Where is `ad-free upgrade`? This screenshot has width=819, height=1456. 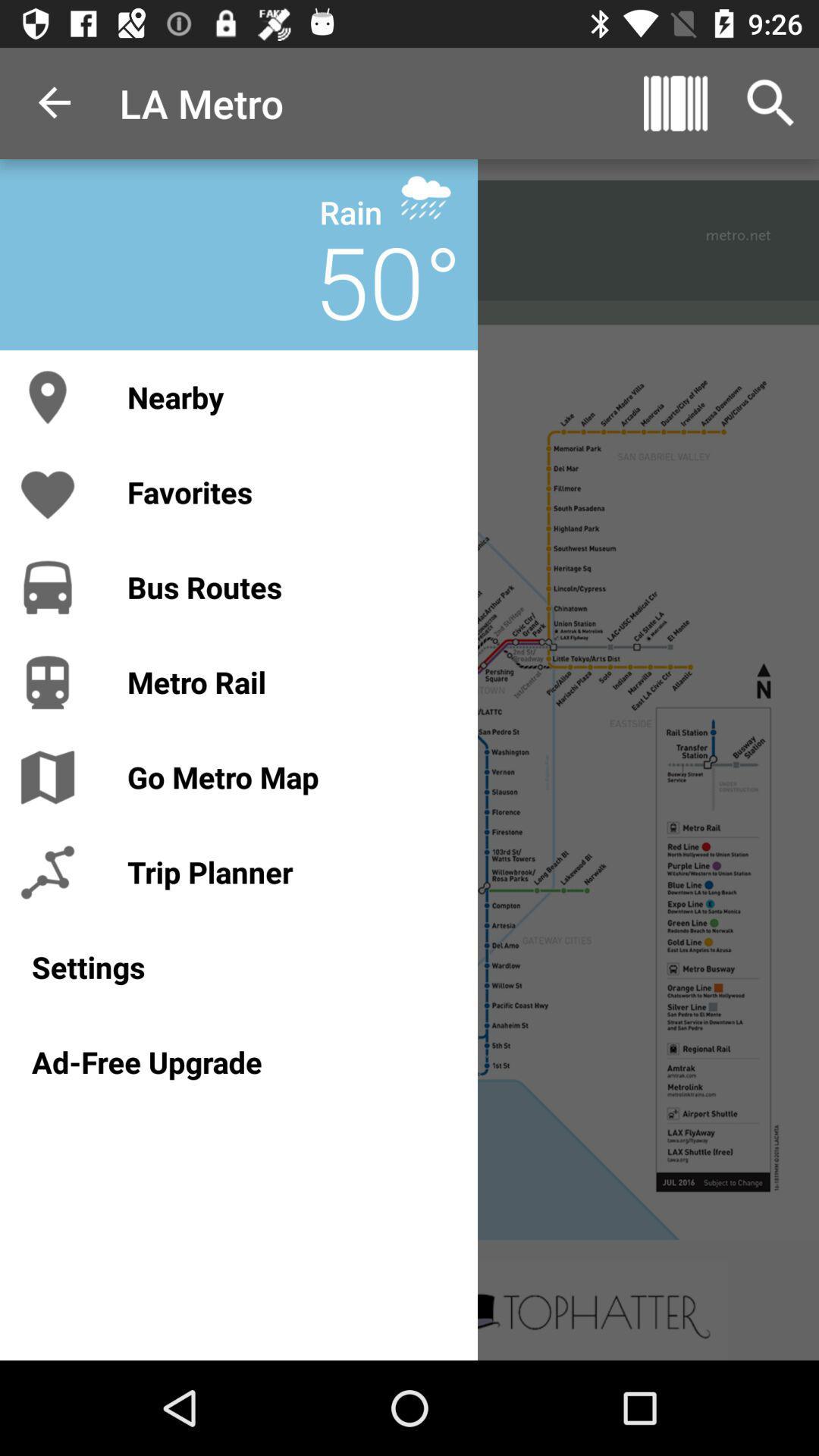 ad-free upgrade is located at coordinates (239, 1061).